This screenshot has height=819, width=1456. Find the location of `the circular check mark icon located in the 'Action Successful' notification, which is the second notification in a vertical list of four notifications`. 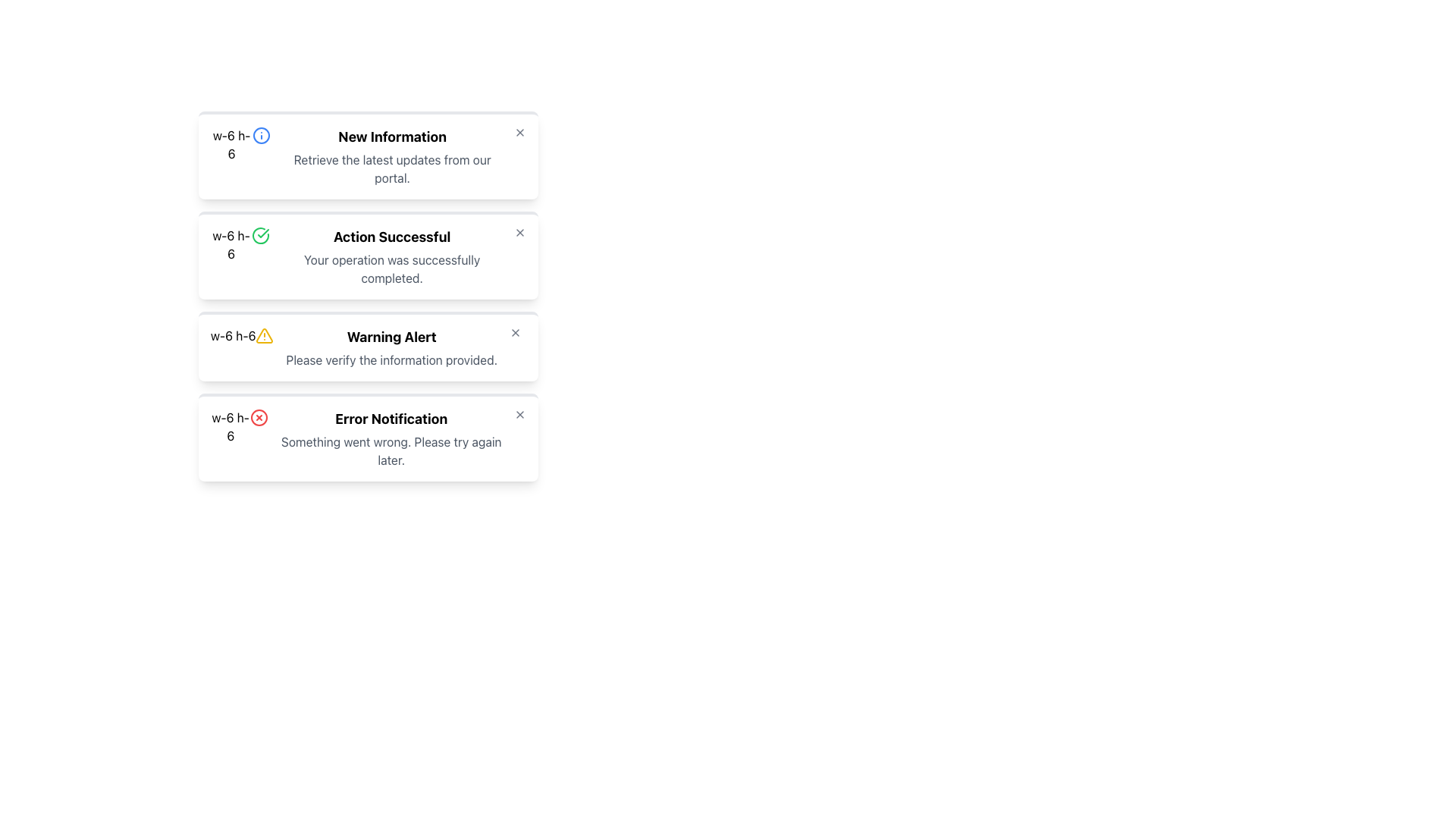

the circular check mark icon located in the 'Action Successful' notification, which is the second notification in a vertical list of four notifications is located at coordinates (263, 234).